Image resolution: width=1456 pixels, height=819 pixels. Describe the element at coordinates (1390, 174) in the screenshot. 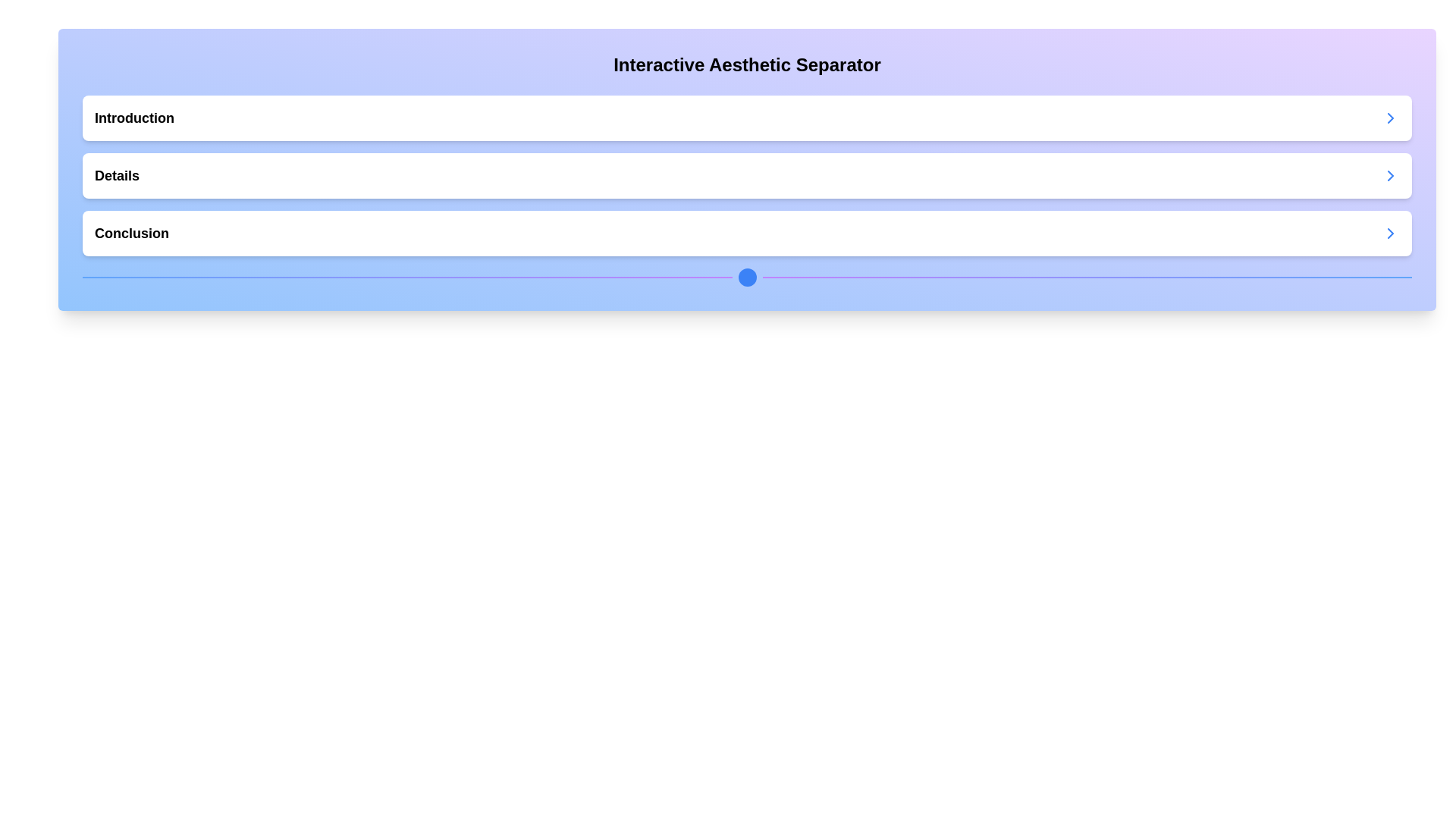

I see `the chevron indicator located to the extreme right of the 'Details' label` at that location.